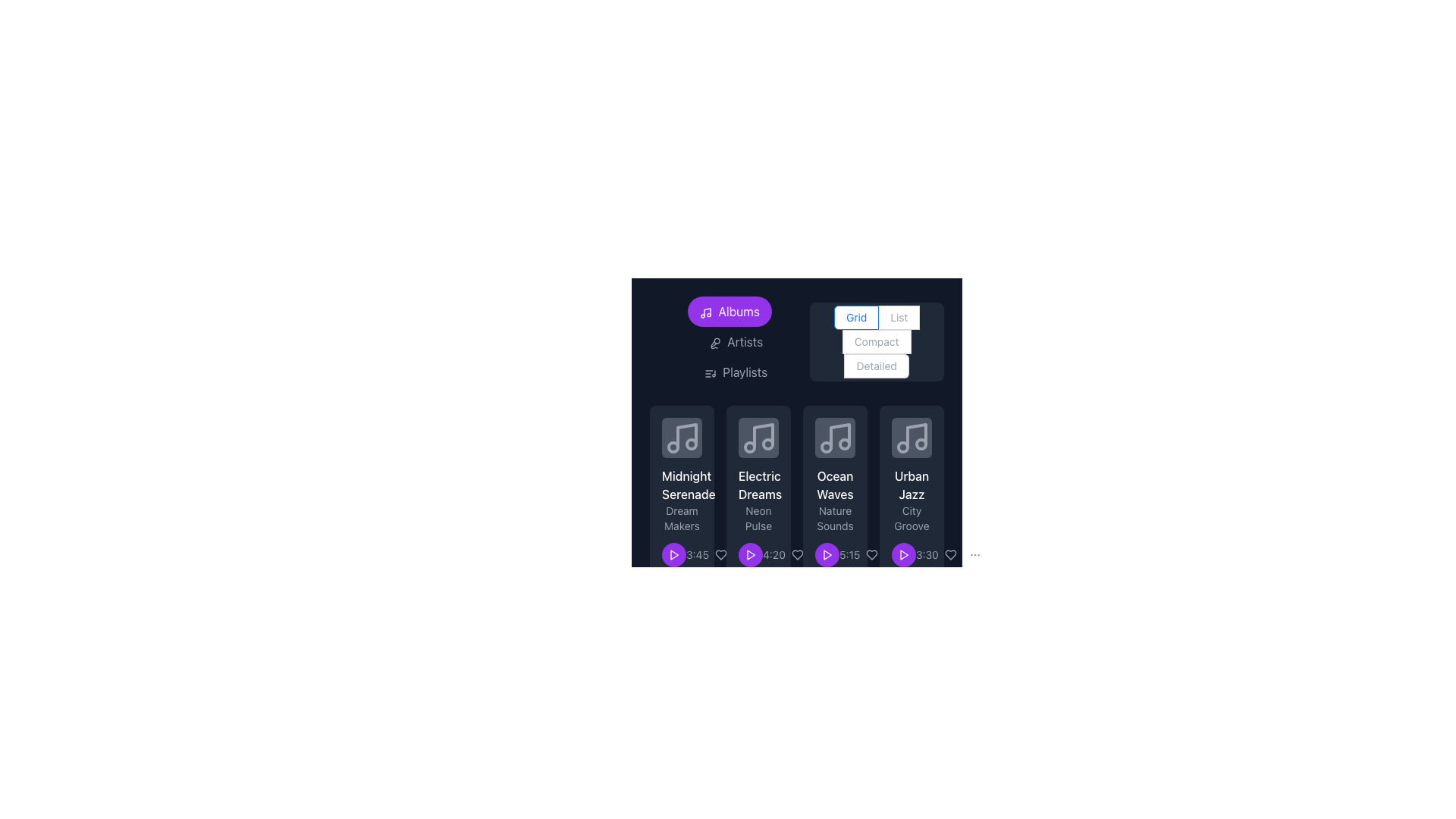 The height and width of the screenshot is (819, 1456). I want to click on the static text label displaying 'Neon Pulse', which is styled in a small, gray font and is located below the title 'Electric Dreams' in the second album card, so click(758, 517).